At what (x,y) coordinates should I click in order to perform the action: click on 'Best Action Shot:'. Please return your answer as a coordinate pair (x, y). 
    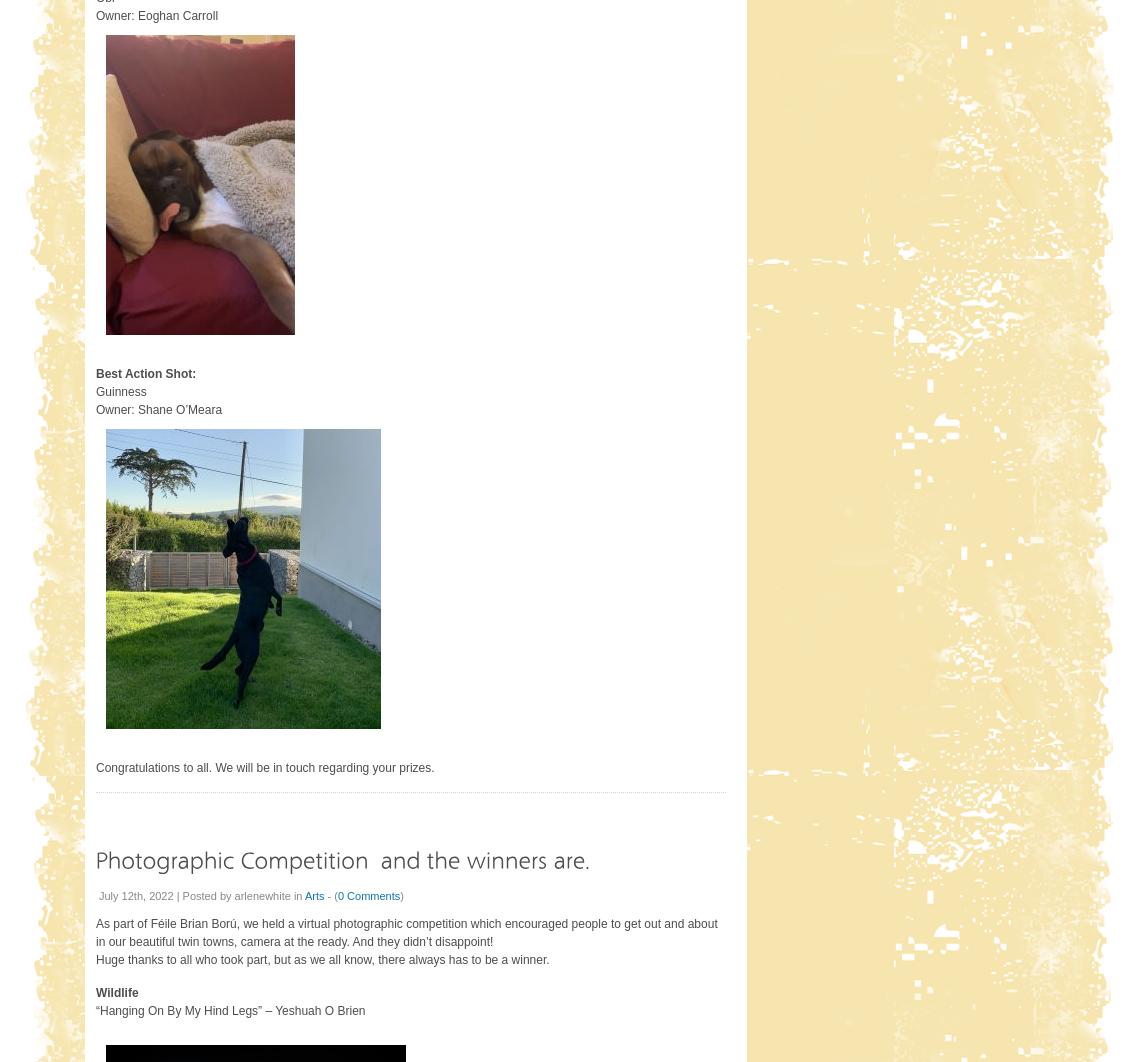
    Looking at the image, I should click on (146, 373).